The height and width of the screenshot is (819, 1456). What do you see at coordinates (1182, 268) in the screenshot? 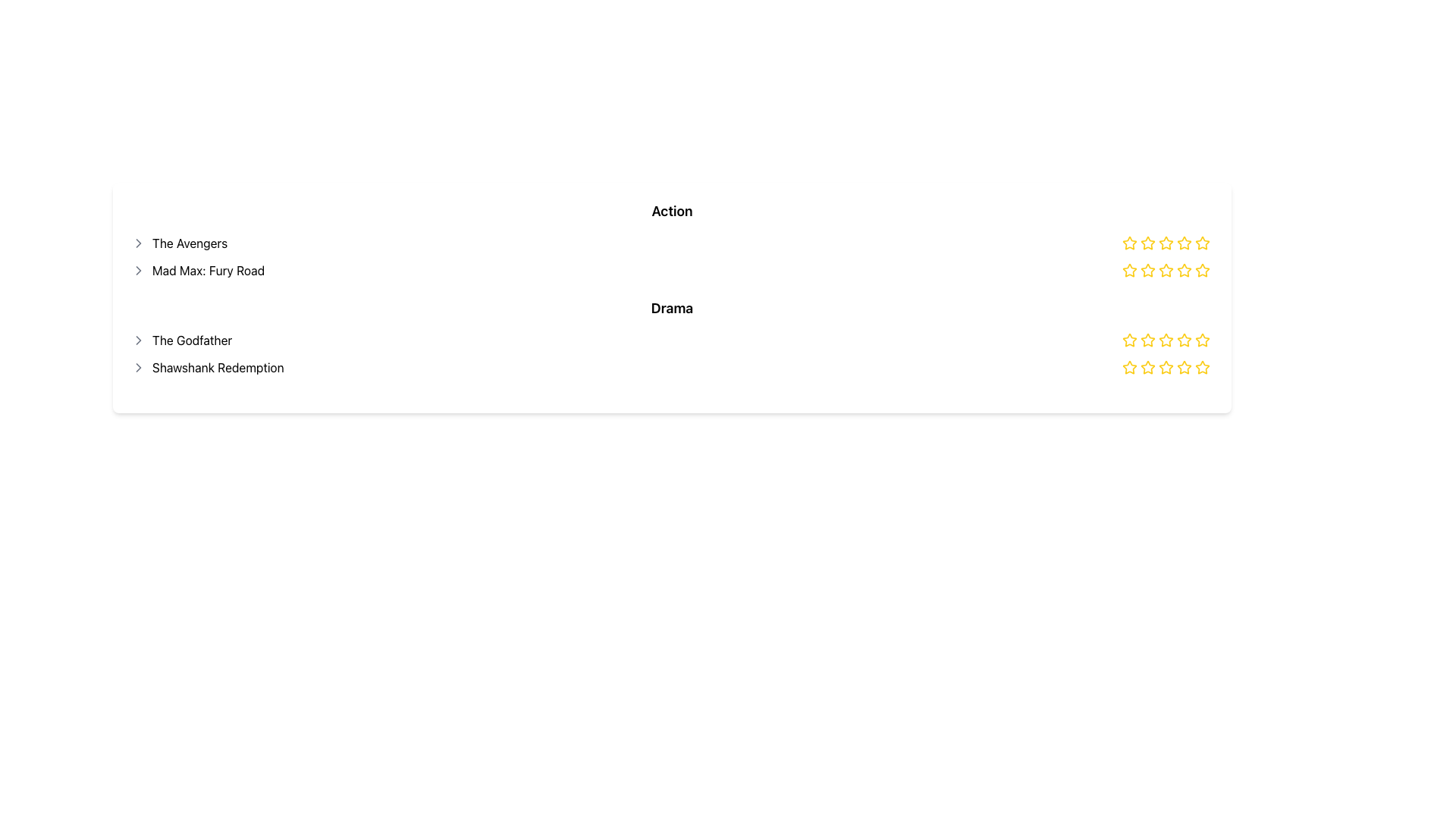
I see `the second star icon in the rating system for 'Mad Max: Fury Road'` at bounding box center [1182, 268].